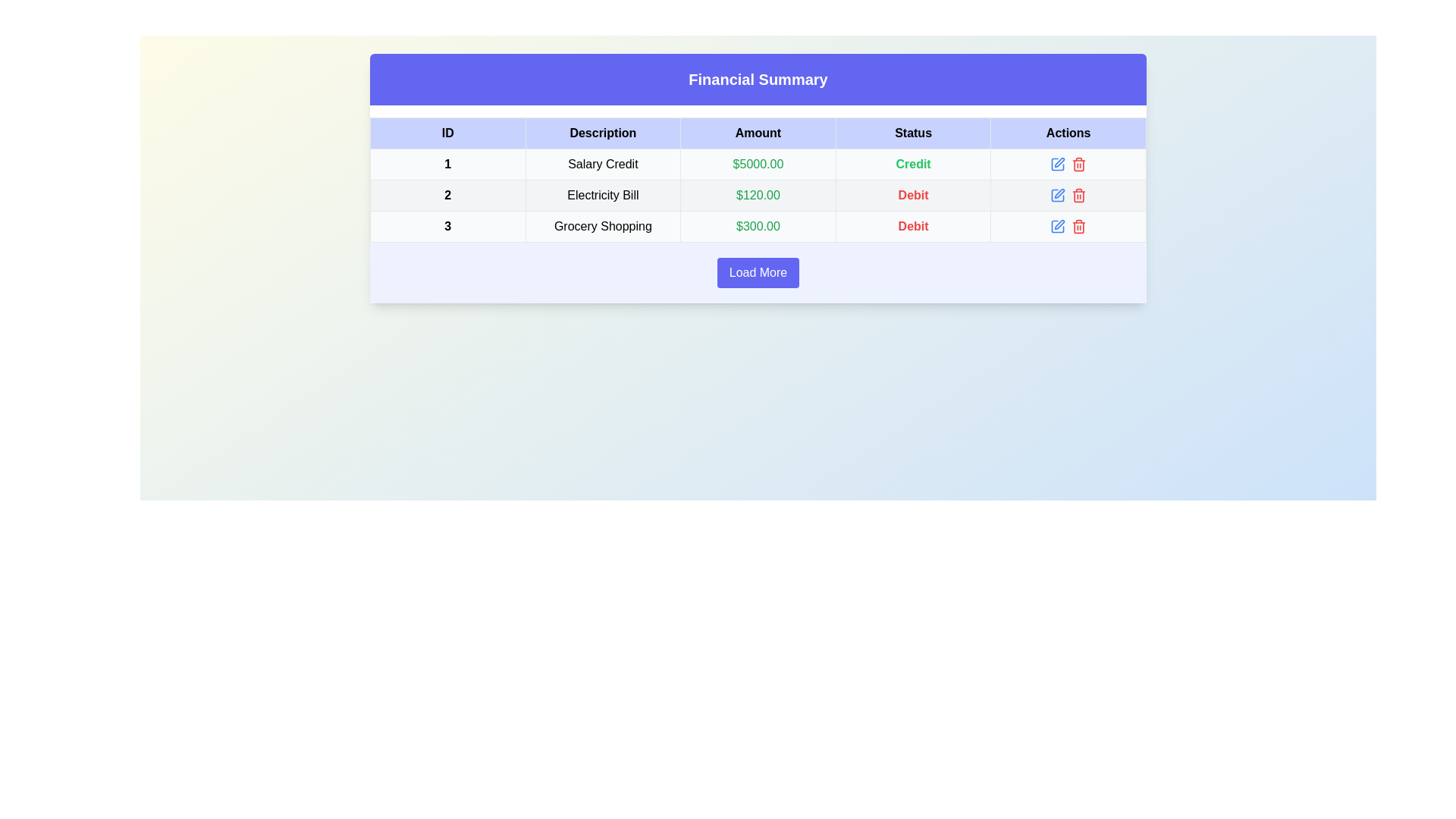 Image resolution: width=1456 pixels, height=819 pixels. What do you see at coordinates (1057, 164) in the screenshot?
I see `the square outline of the pen-edit symbol SVG icon located in the 'Actions' column of the financial summary table, positioned to the left of the trash icon` at bounding box center [1057, 164].